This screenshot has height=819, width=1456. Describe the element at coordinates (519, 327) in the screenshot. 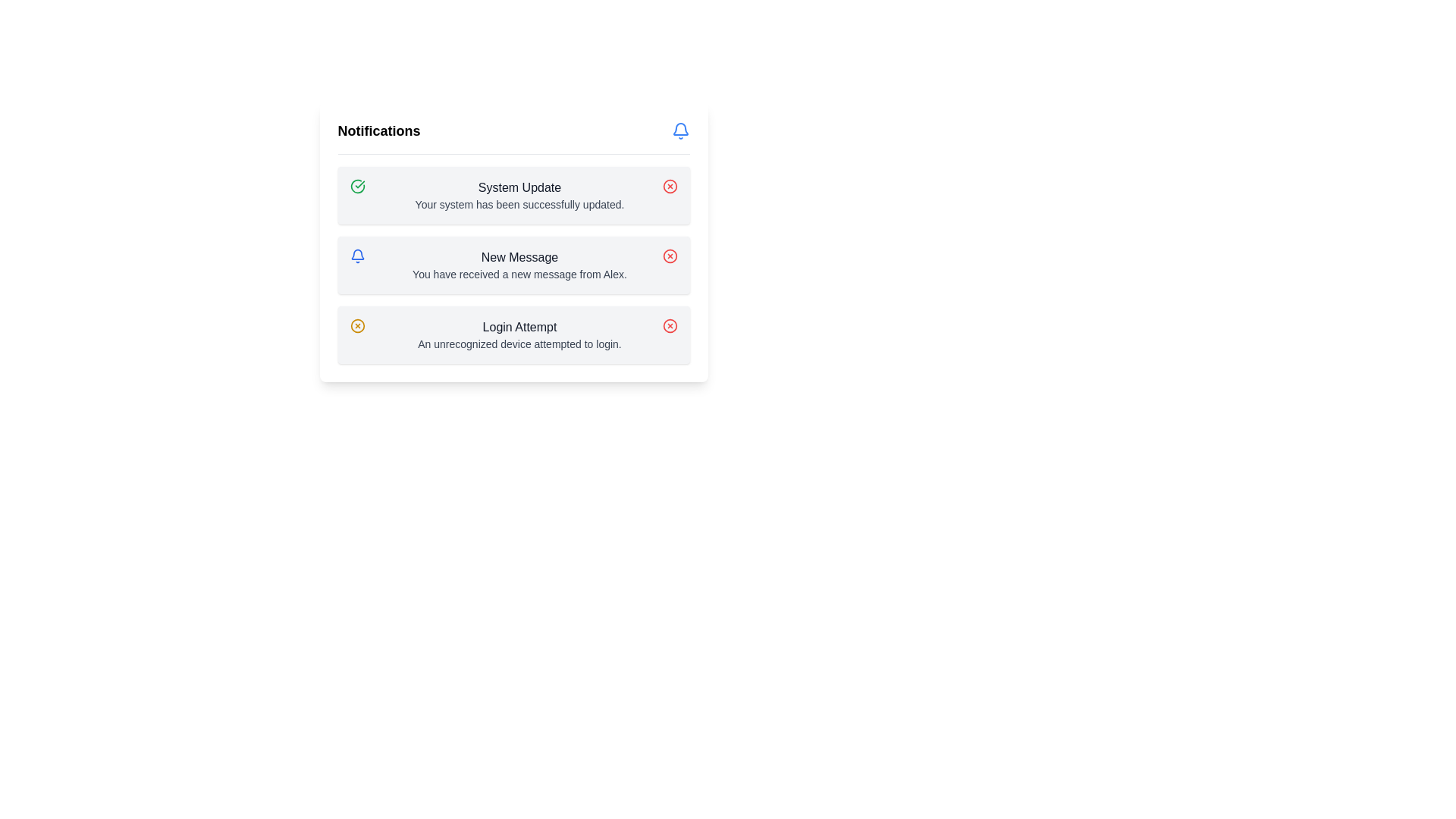

I see `text of the 'Login Attempt' header located at the top of the third notification entry` at that location.